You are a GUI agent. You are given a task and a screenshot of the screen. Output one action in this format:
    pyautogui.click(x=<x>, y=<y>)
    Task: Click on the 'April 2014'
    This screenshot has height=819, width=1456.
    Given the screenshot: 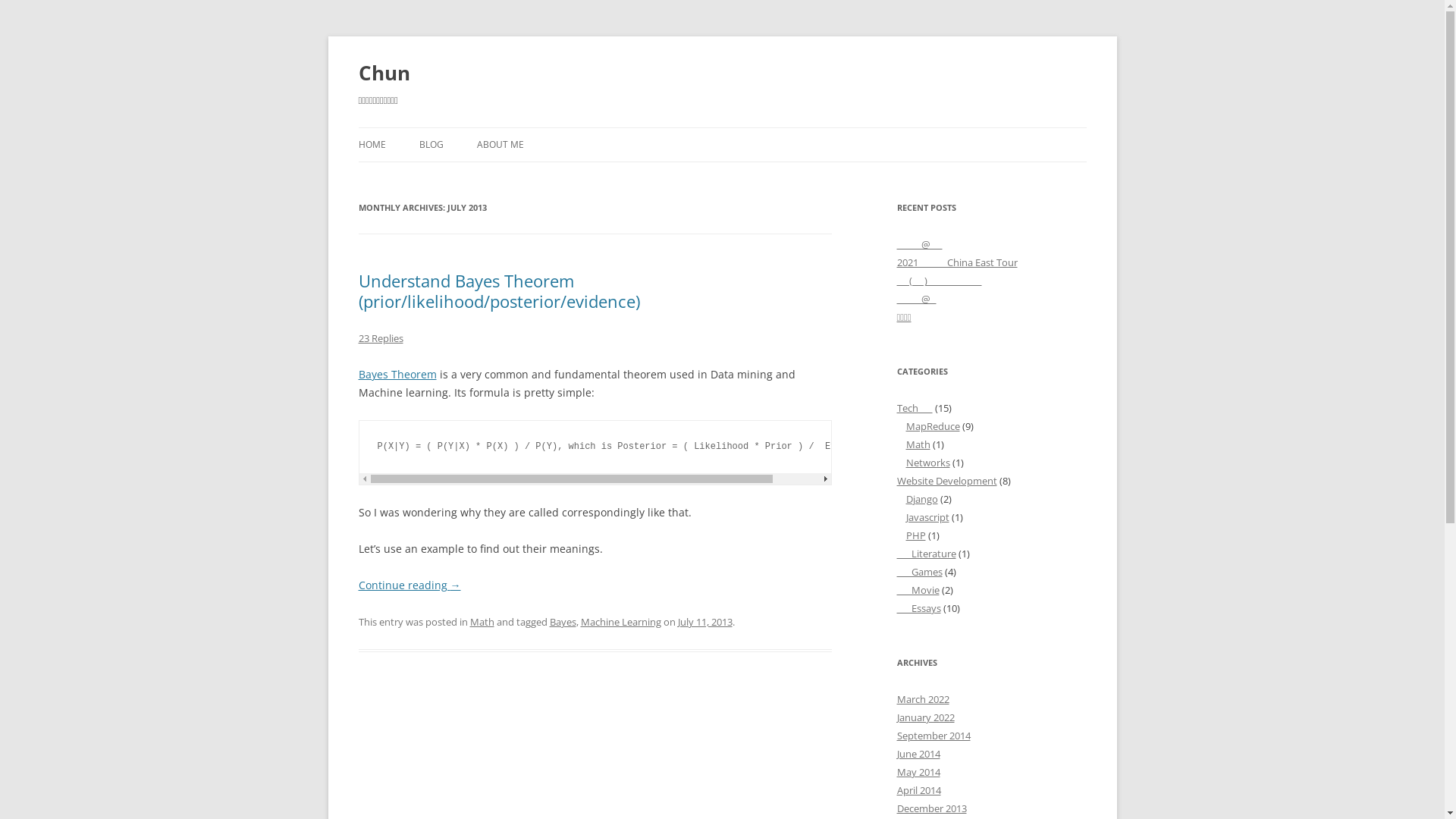 What is the action you would take?
    pyautogui.click(x=917, y=789)
    